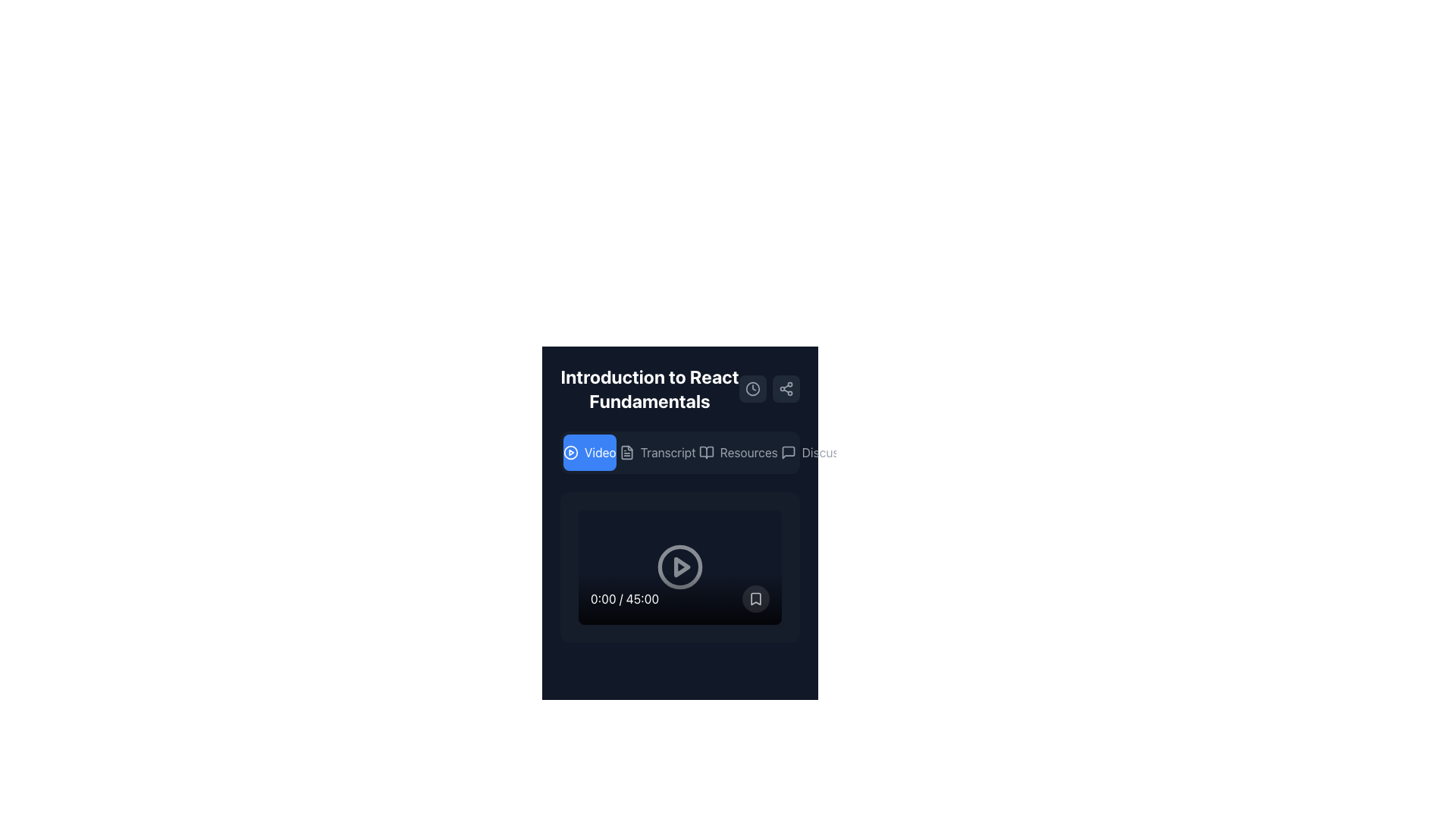  What do you see at coordinates (830, 452) in the screenshot?
I see `the 'Discussion' Text button located in the horizontal navigation bar at the upper section of the dark-themed interface for keyboard navigation` at bounding box center [830, 452].